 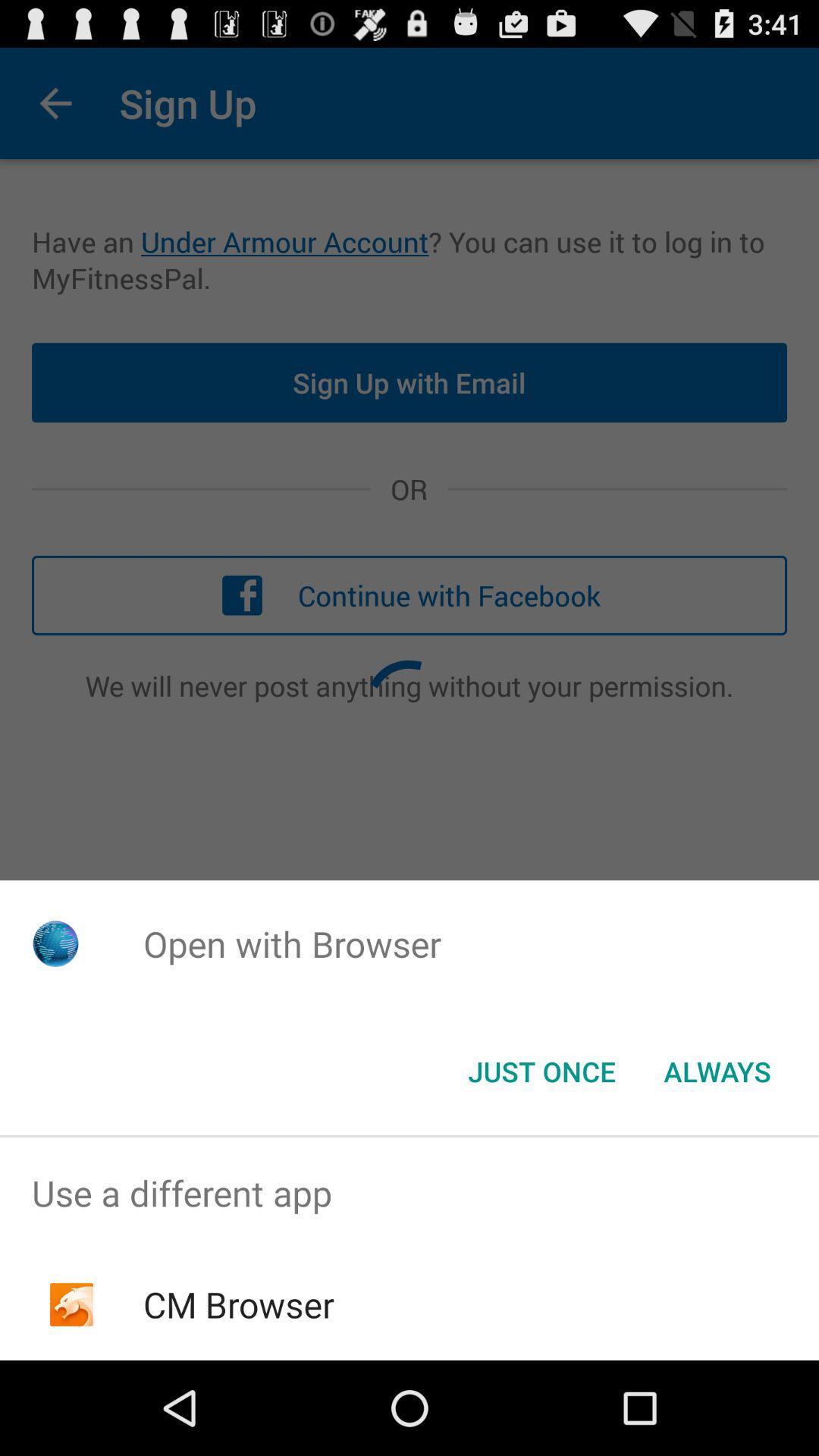 What do you see at coordinates (239, 1304) in the screenshot?
I see `the cm browser` at bounding box center [239, 1304].